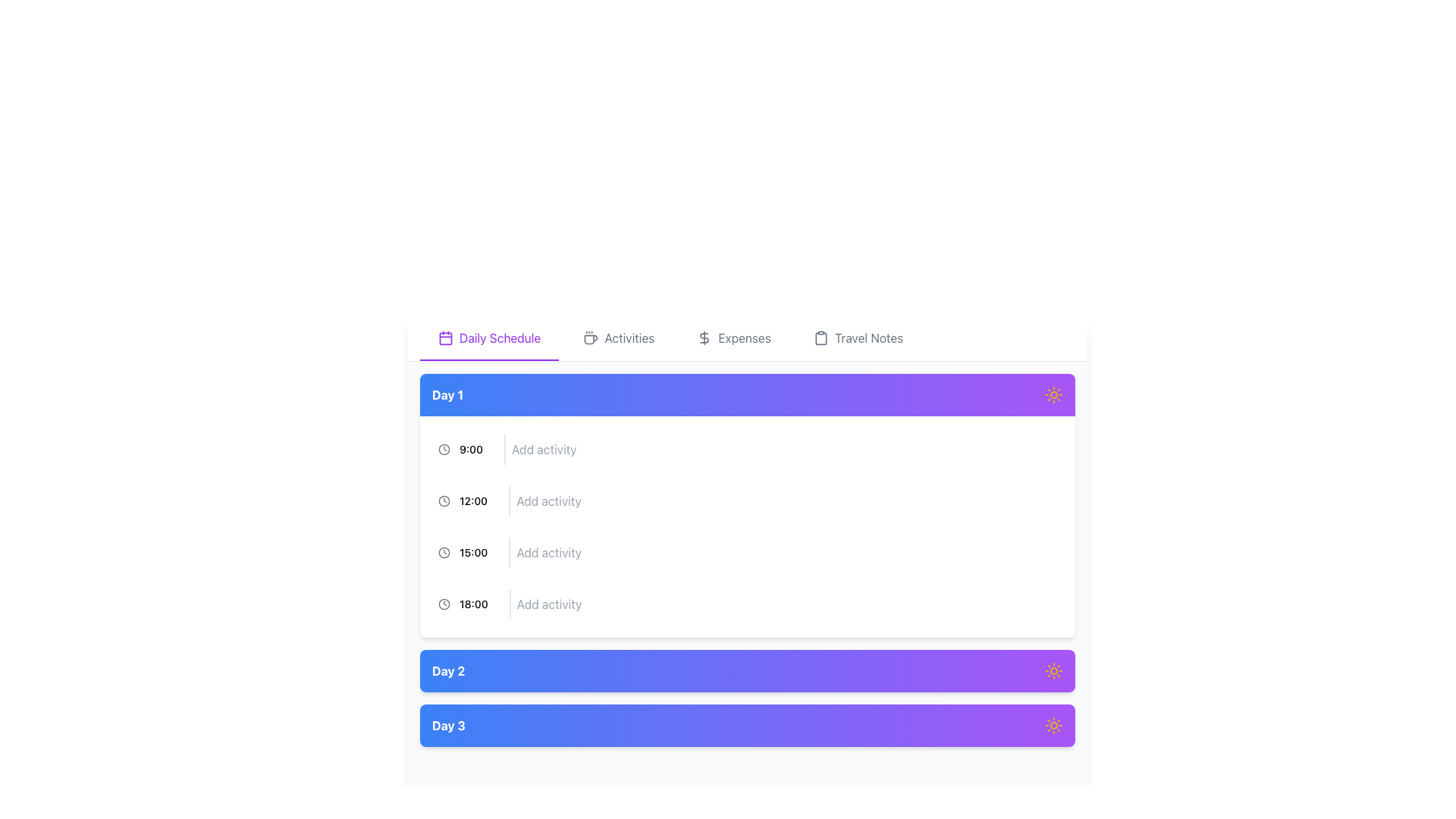 The image size is (1456, 819). I want to click on the text label indicating a specific time in the daily schedule, positioned as the third item in a list between '12:00' and '18:00' in the 'Day 1' section, so click(472, 553).